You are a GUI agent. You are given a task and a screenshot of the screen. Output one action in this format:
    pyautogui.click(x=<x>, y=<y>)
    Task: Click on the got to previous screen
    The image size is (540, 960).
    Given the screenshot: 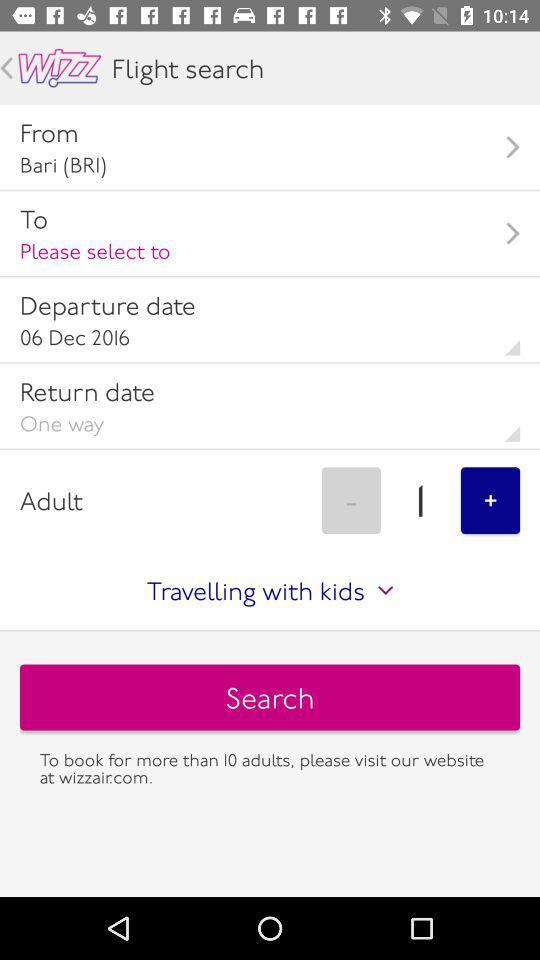 What is the action you would take?
    pyautogui.click(x=5, y=68)
    